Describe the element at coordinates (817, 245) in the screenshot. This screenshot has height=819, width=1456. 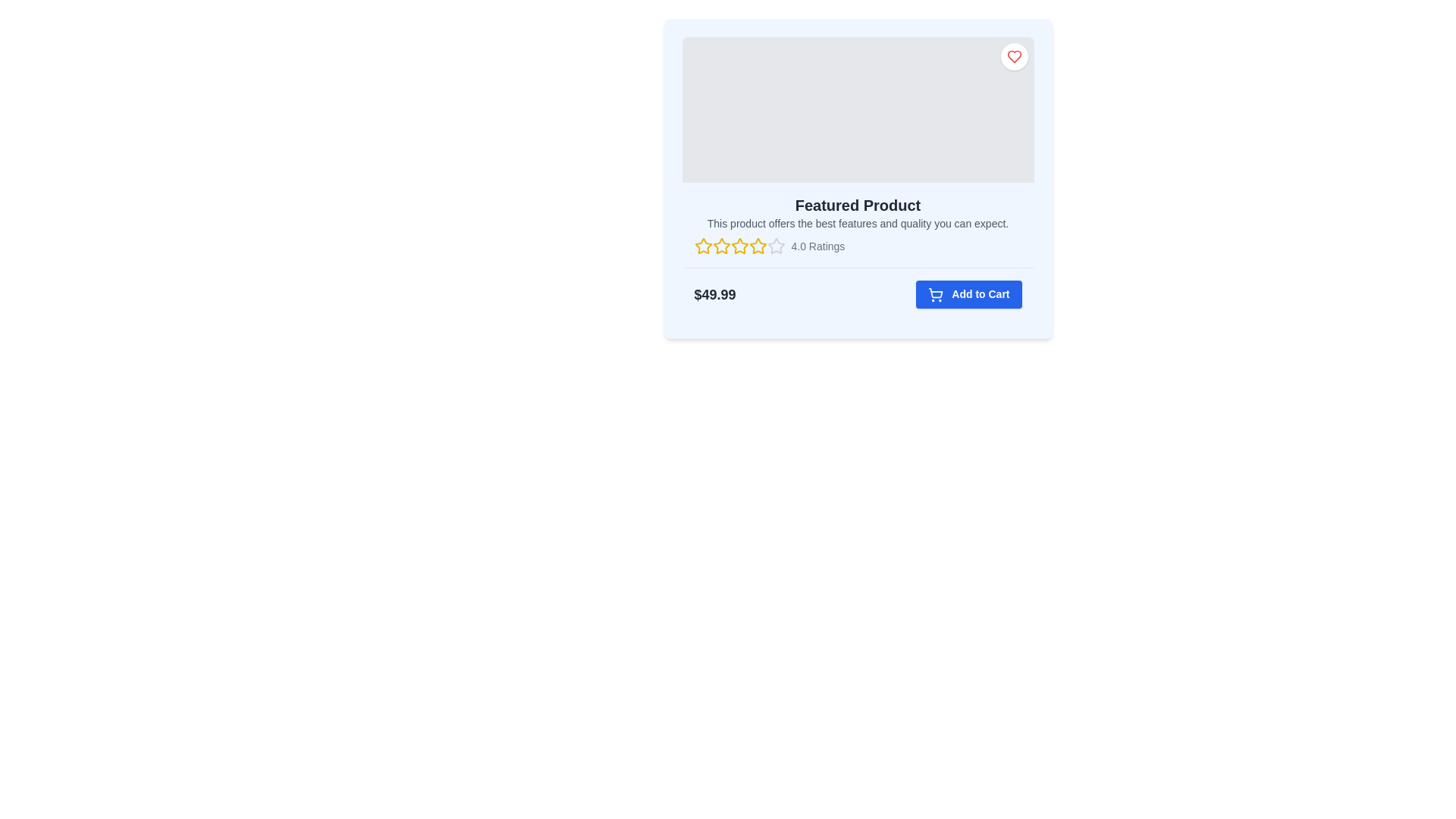
I see `the text label displaying the average product rating located to the right of the rating stars in the 'Featured Product' card for additional details` at that location.